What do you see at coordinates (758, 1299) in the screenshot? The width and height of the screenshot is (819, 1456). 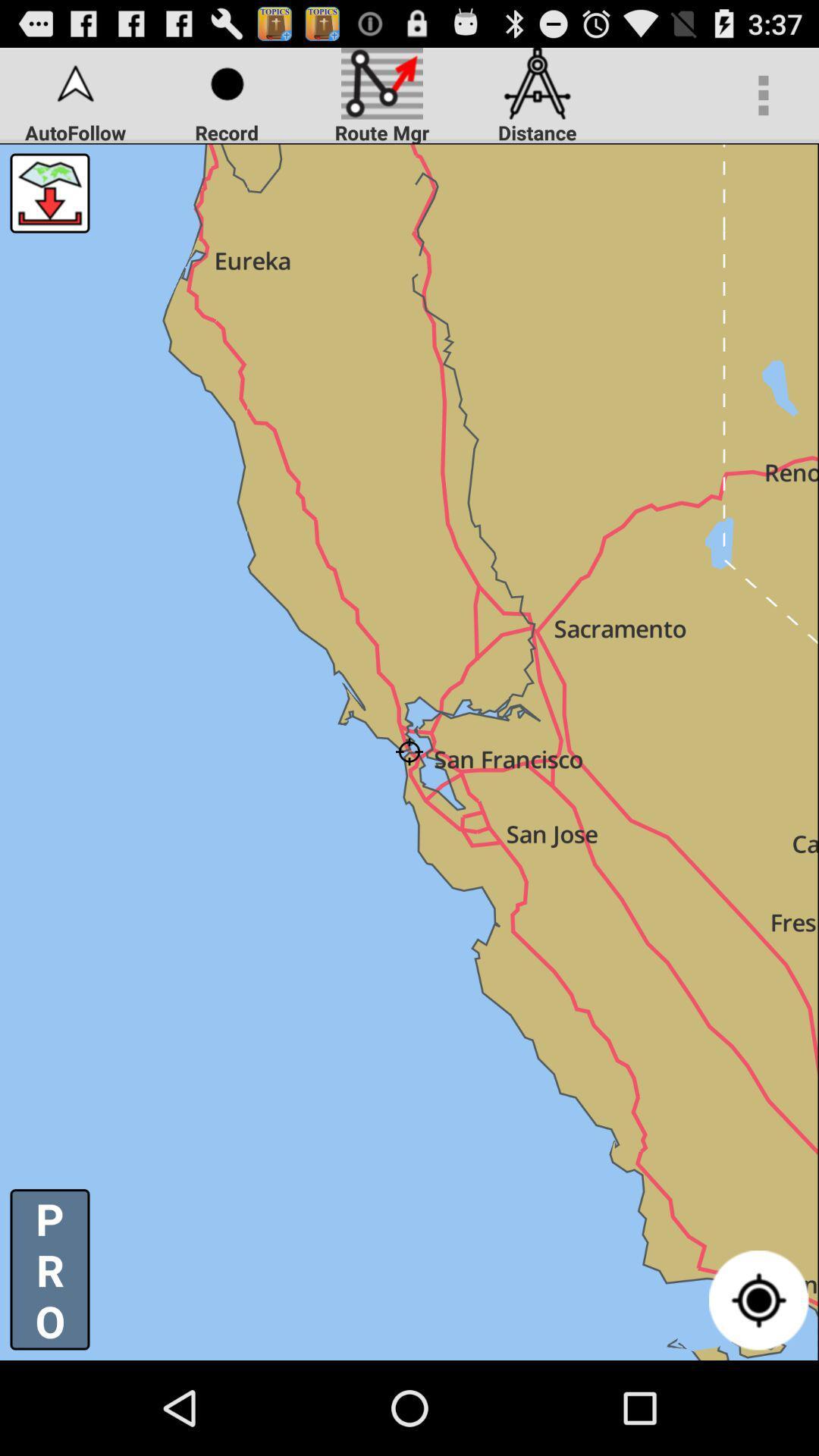 I see `item to the right of p` at bounding box center [758, 1299].